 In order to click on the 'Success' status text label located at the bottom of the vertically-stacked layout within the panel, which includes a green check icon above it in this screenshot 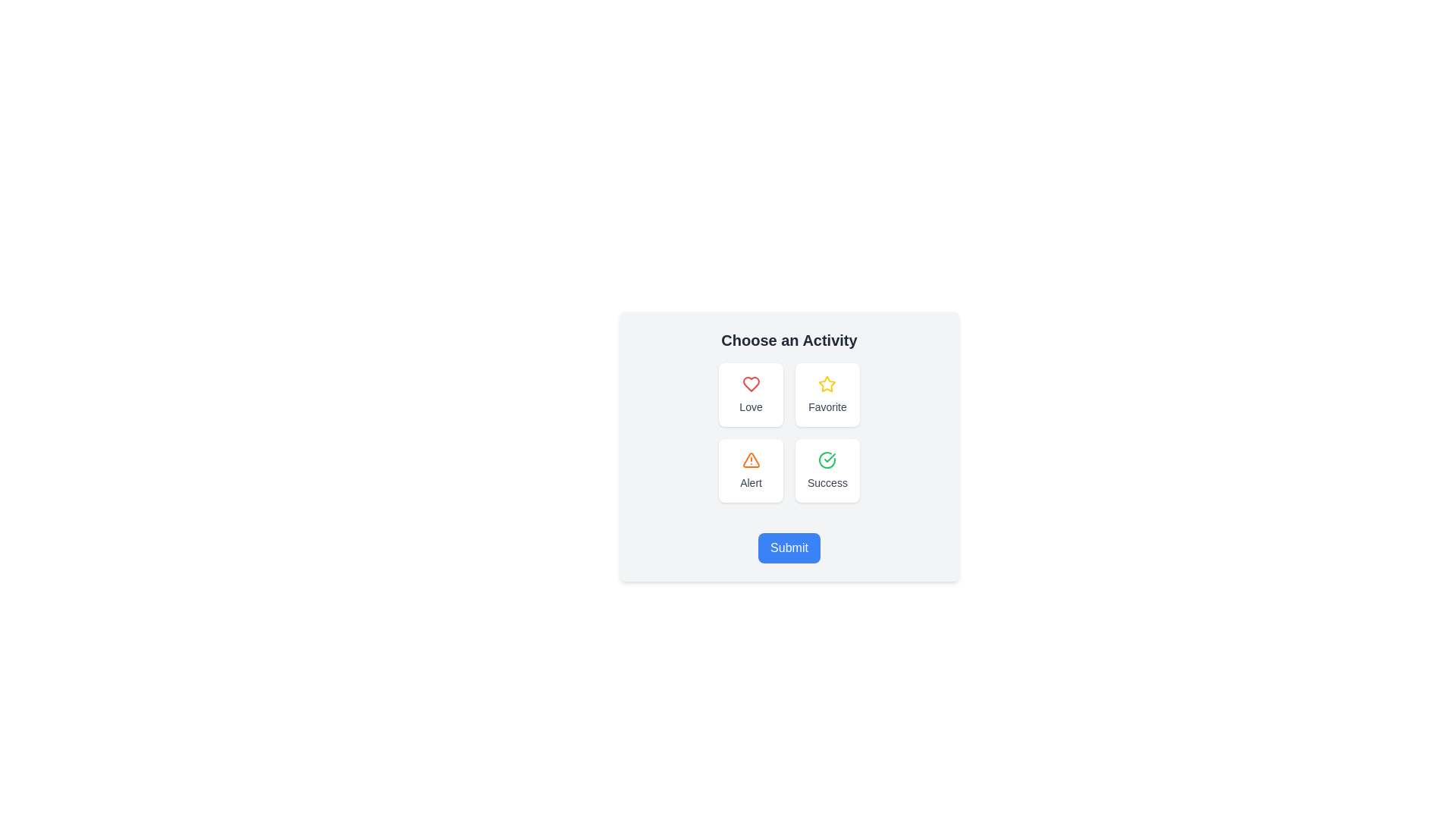, I will do `click(827, 482)`.